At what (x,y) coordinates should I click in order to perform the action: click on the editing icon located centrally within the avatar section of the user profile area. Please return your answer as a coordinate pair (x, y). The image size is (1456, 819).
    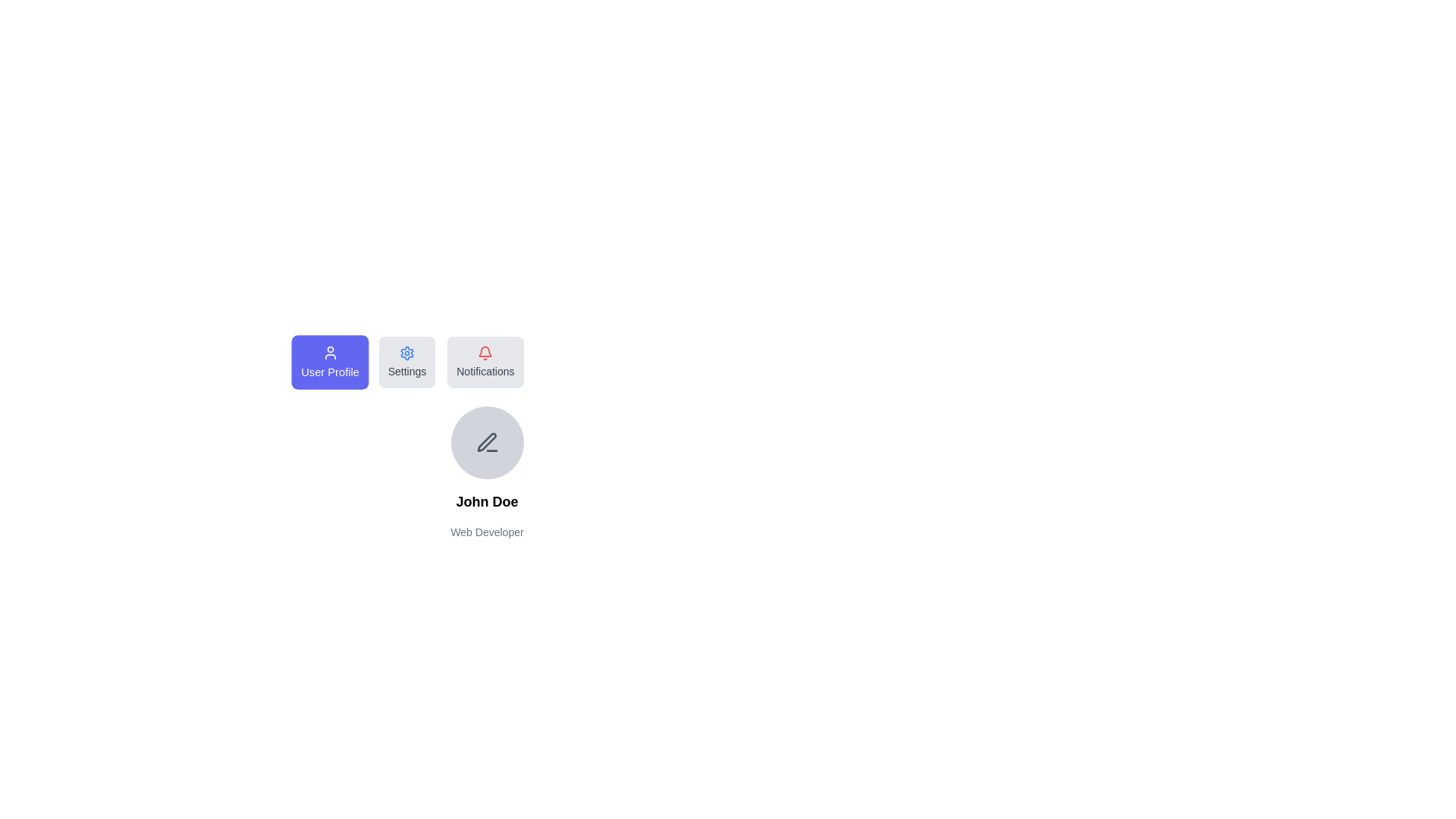
    Looking at the image, I should click on (486, 442).